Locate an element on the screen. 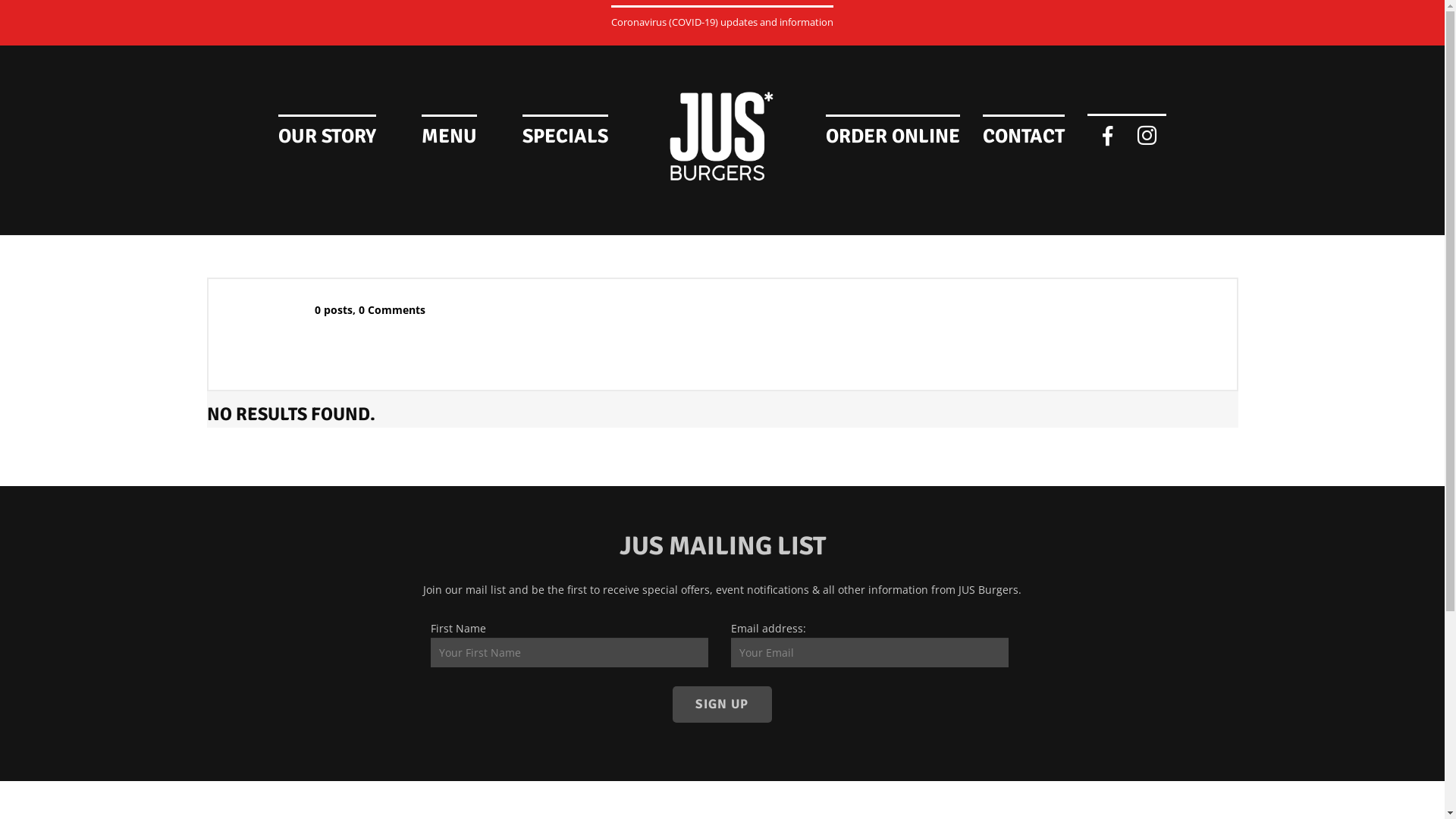 This screenshot has width=1456, height=819. 'Facebook' is located at coordinates (1106, 134).